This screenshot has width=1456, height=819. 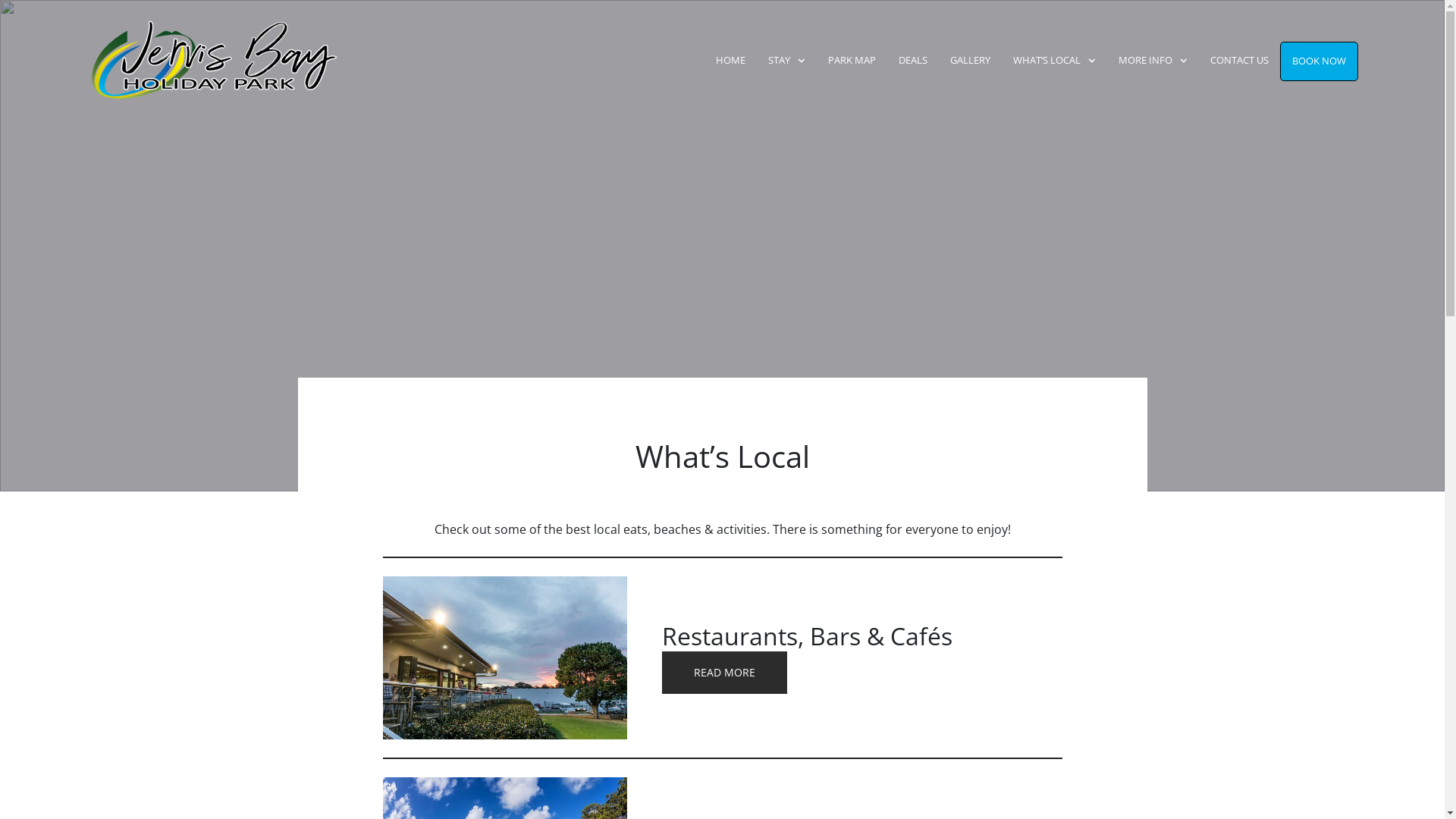 What do you see at coordinates (969, 60) in the screenshot?
I see `'GALLERY'` at bounding box center [969, 60].